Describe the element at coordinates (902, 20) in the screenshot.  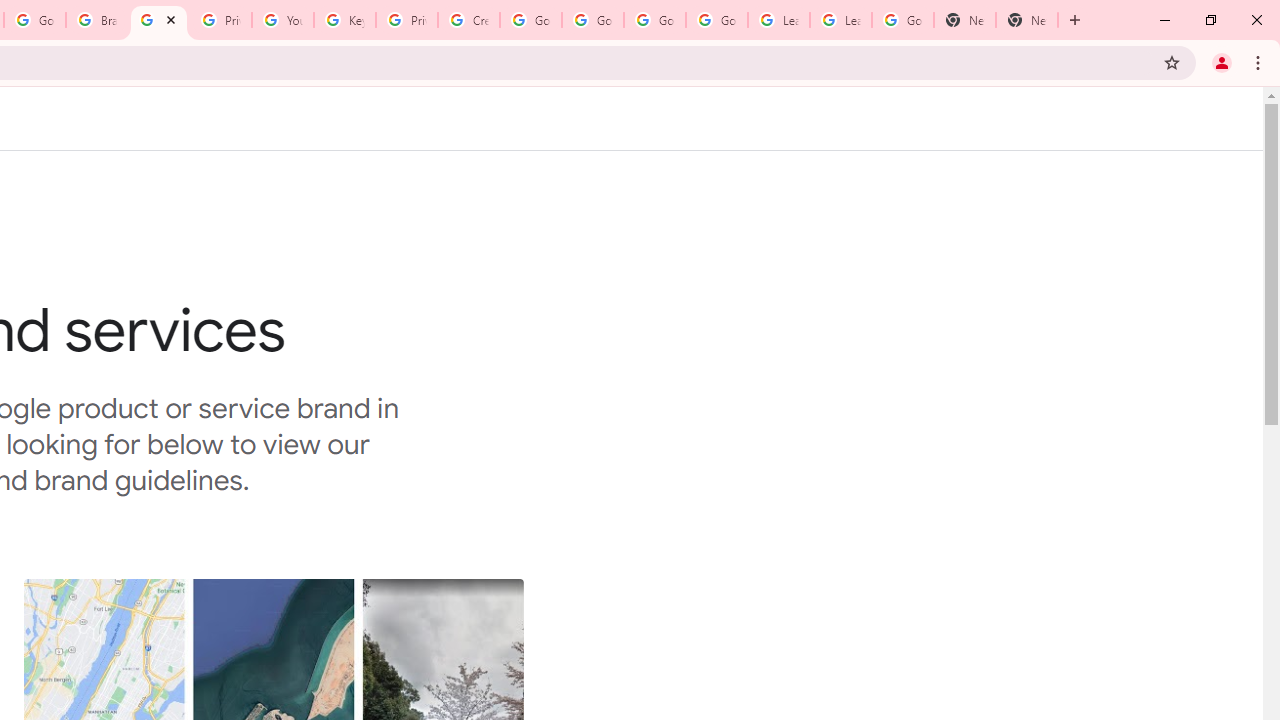
I see `'Google Account'` at that location.